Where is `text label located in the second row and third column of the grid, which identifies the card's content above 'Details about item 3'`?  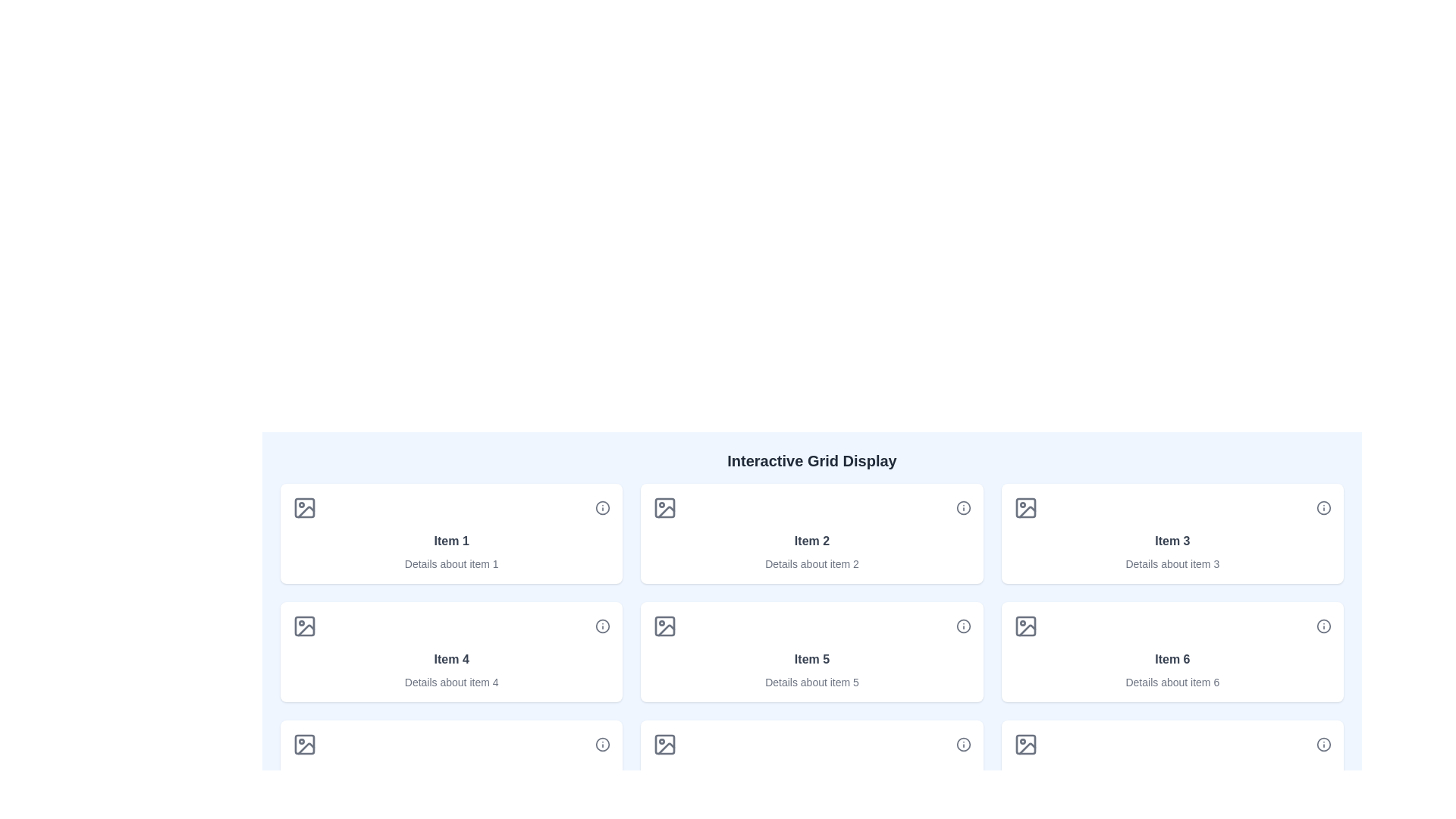 text label located in the second row and third column of the grid, which identifies the card's content above 'Details about item 3' is located at coordinates (1172, 540).